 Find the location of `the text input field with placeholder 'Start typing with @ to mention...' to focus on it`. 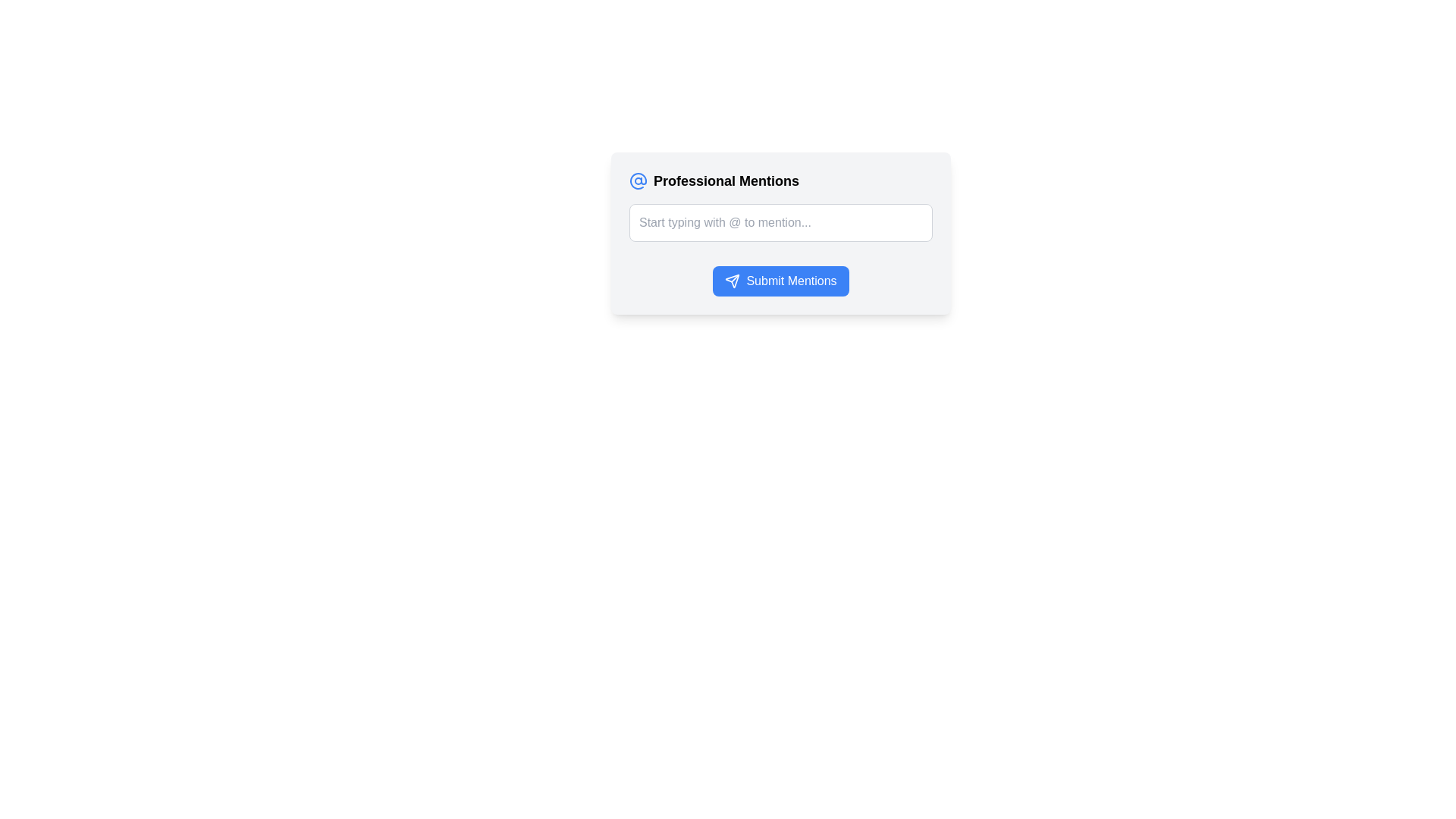

the text input field with placeholder 'Start typing with @ to mention...' to focus on it is located at coordinates (781, 234).